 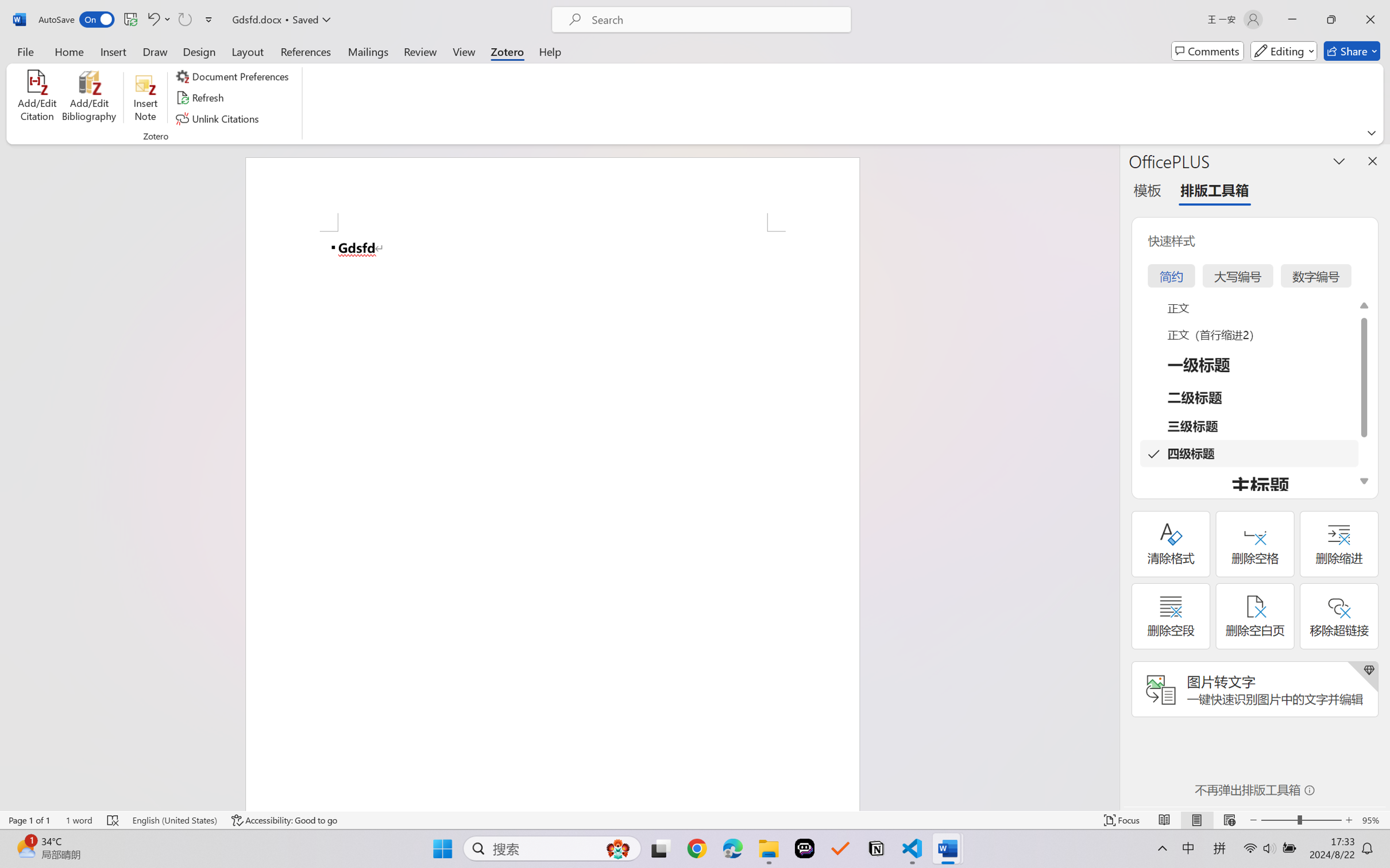 What do you see at coordinates (716, 19) in the screenshot?
I see `'Microsoft search'` at bounding box center [716, 19].